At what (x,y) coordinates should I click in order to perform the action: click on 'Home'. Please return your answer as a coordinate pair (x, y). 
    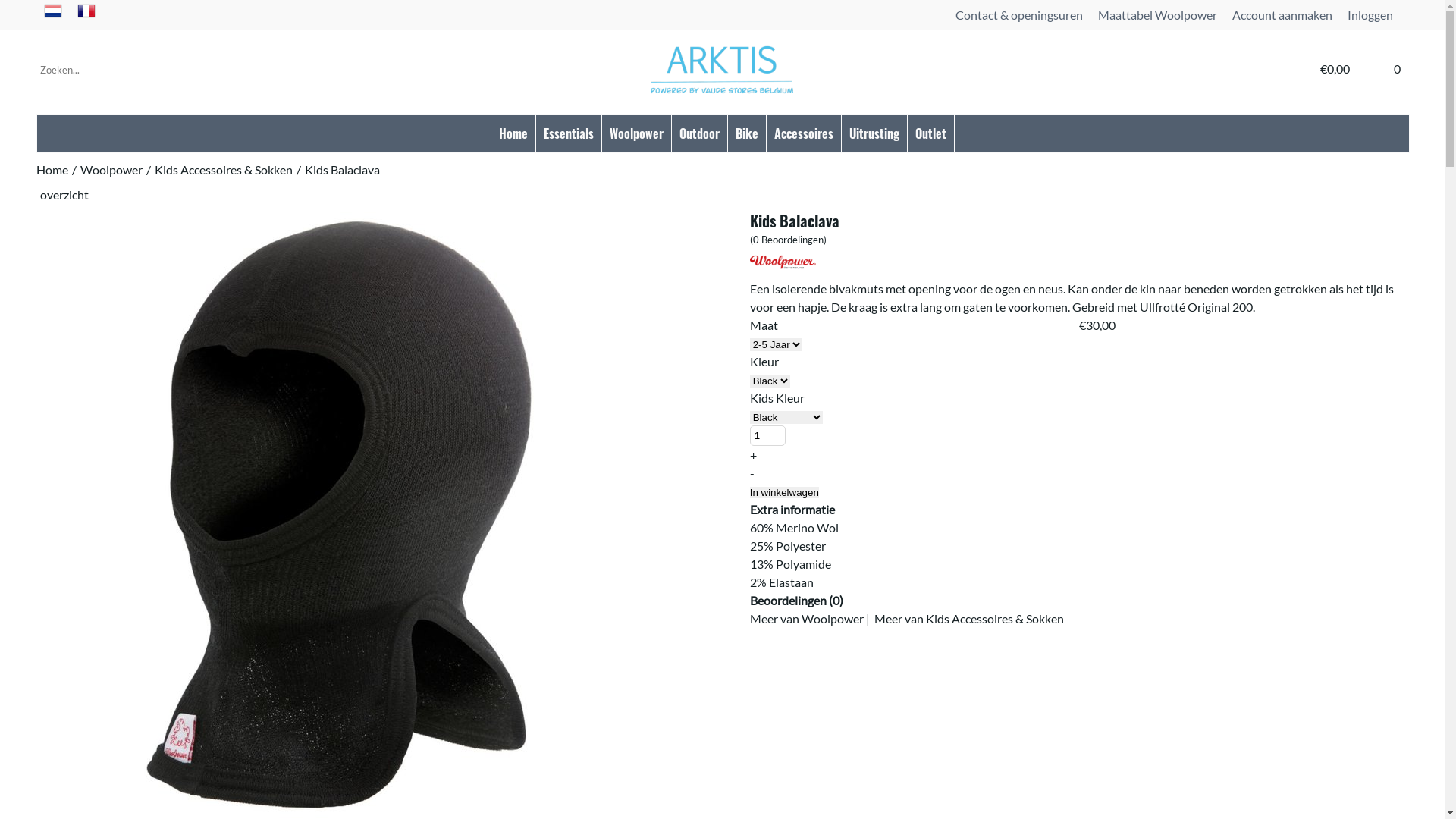
    Looking at the image, I should click on (52, 171).